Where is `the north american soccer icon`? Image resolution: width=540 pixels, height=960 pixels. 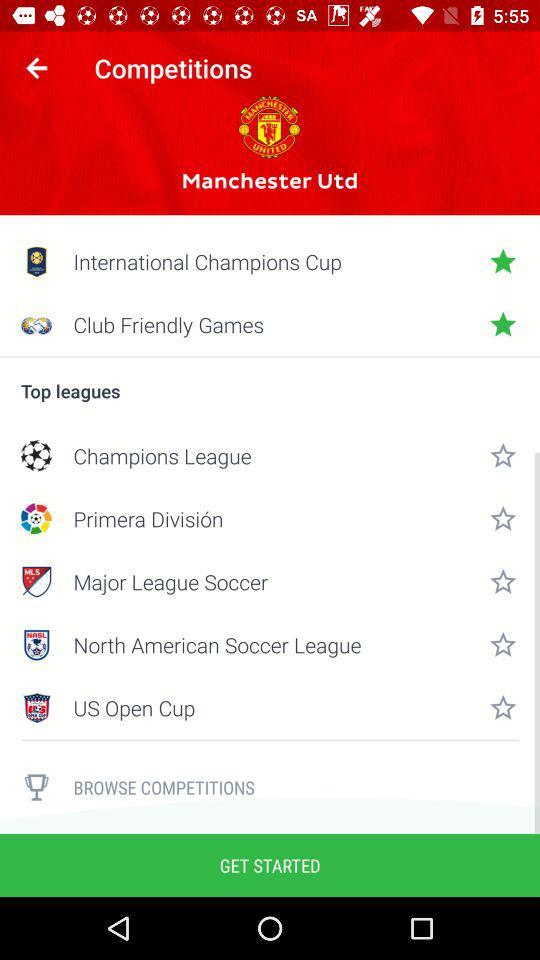
the north american soccer icon is located at coordinates (270, 644).